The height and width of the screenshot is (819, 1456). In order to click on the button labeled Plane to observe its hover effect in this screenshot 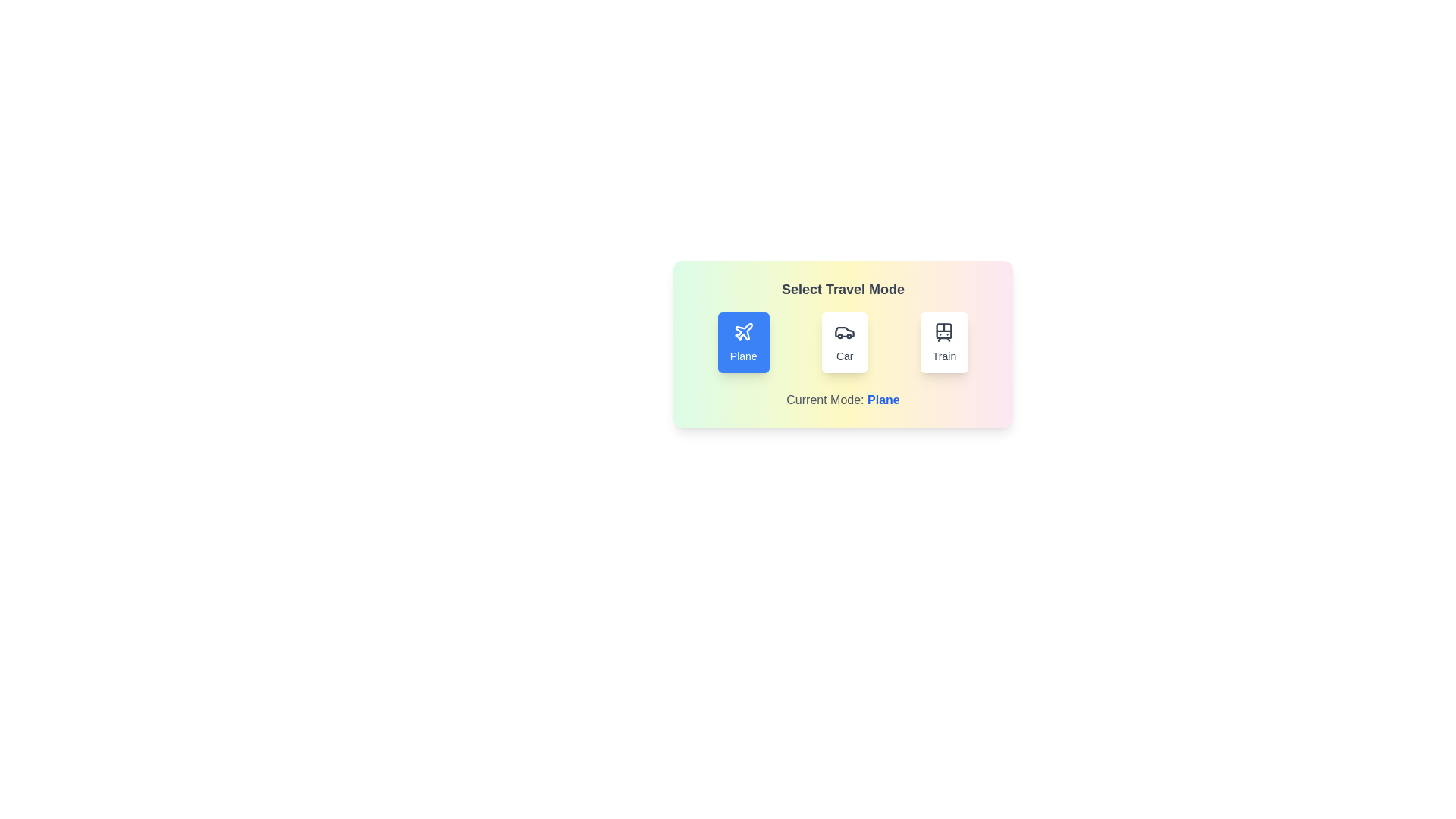, I will do `click(742, 342)`.